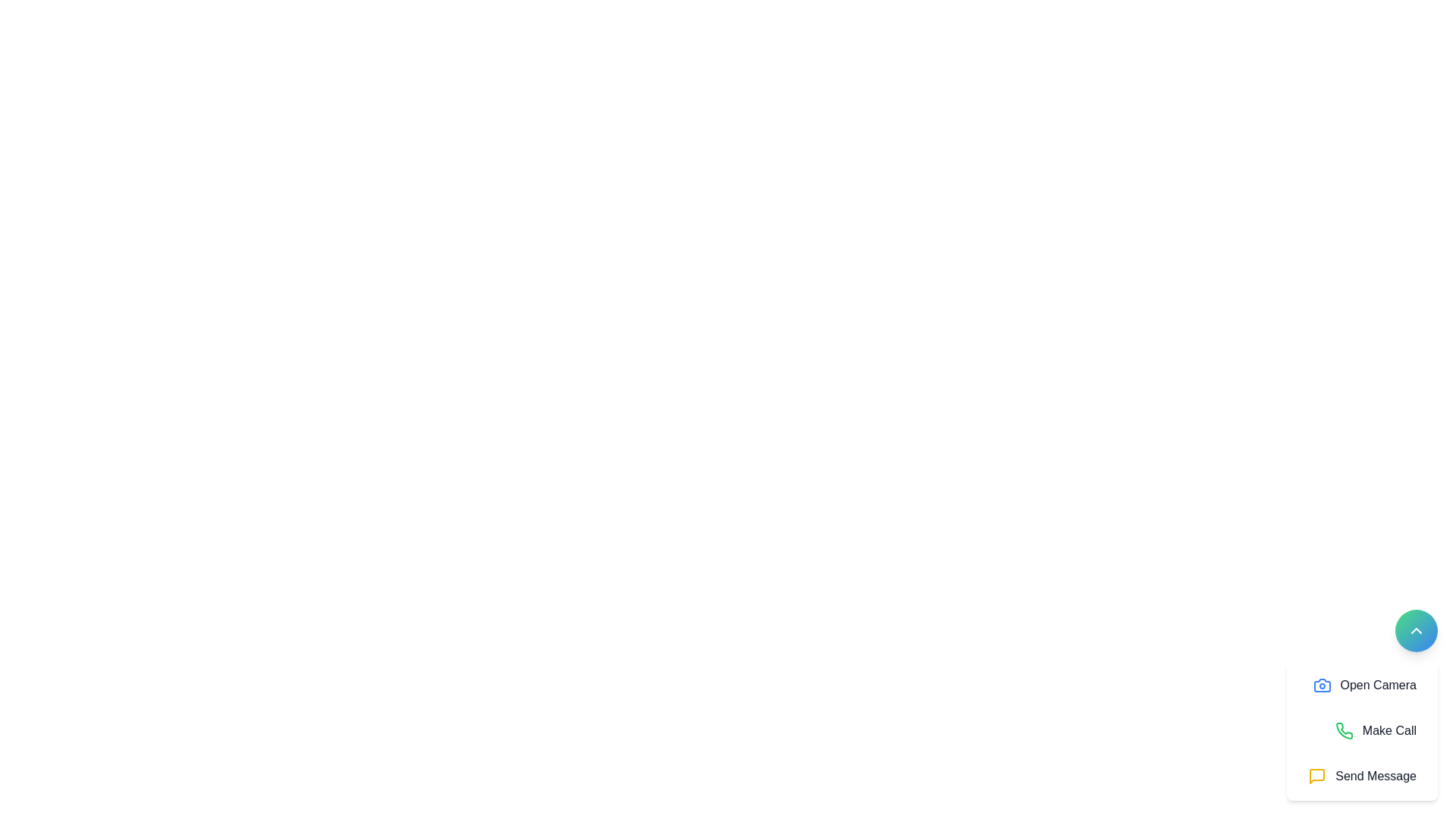  Describe the element at coordinates (1344, 730) in the screenshot. I see `the green phone icon, which is styled as an outline within a square and is located to the left of the 'Make Call' button` at that location.